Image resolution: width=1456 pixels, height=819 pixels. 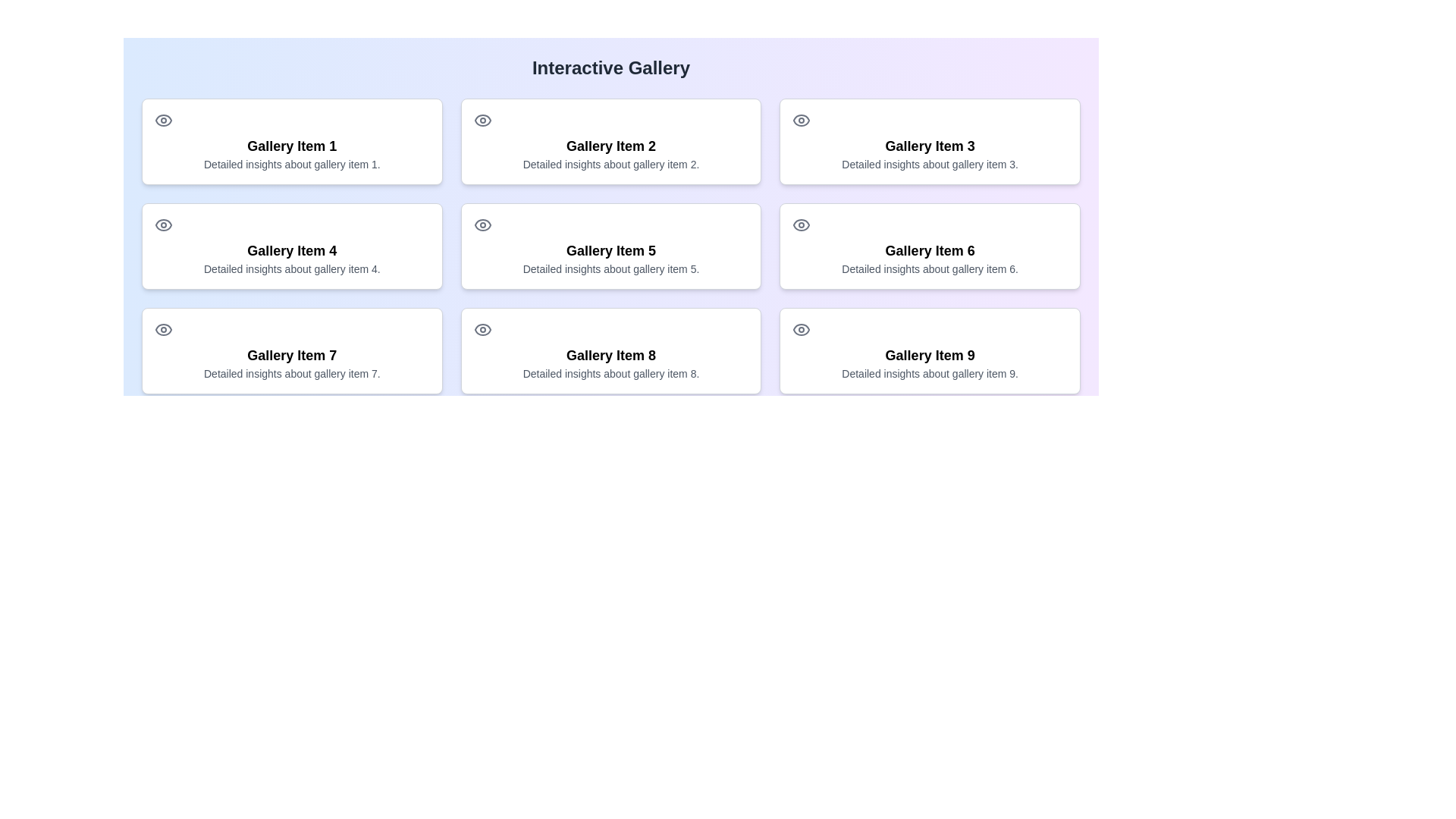 I want to click on the gallery item titled 'Gallery Item 8', so click(x=611, y=350).